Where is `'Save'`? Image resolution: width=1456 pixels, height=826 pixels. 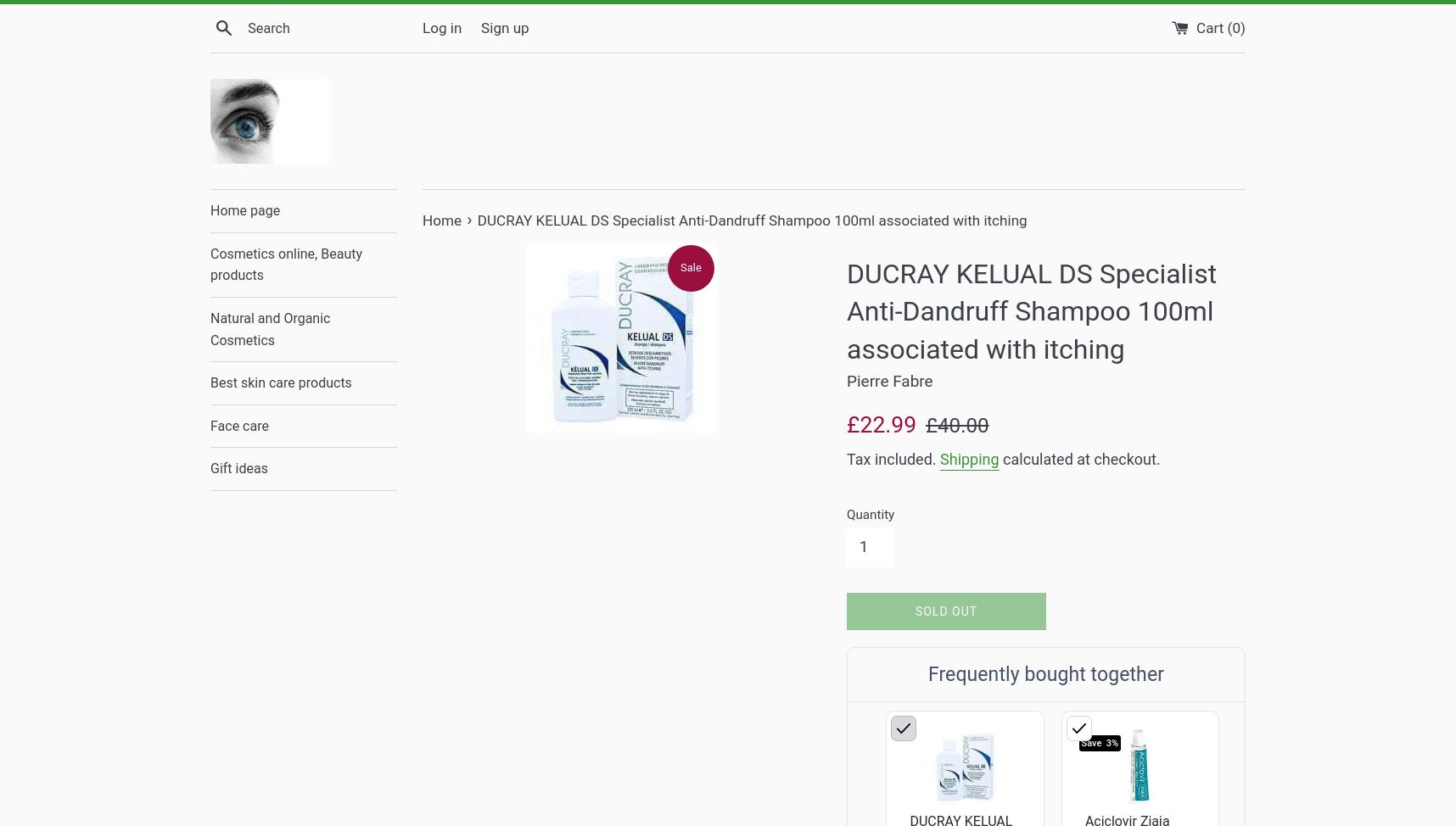
'Save' is located at coordinates (1090, 743).